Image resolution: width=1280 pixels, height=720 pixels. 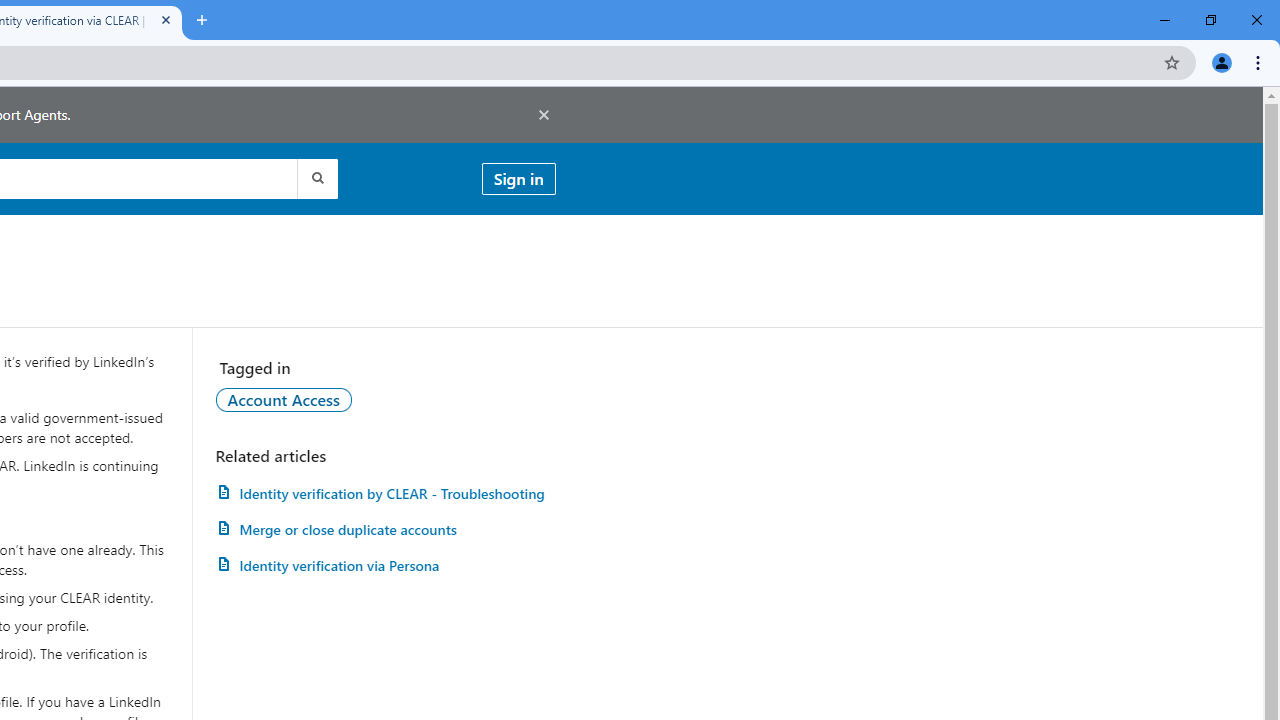 What do you see at coordinates (315, 177) in the screenshot?
I see `'Submit search'` at bounding box center [315, 177].